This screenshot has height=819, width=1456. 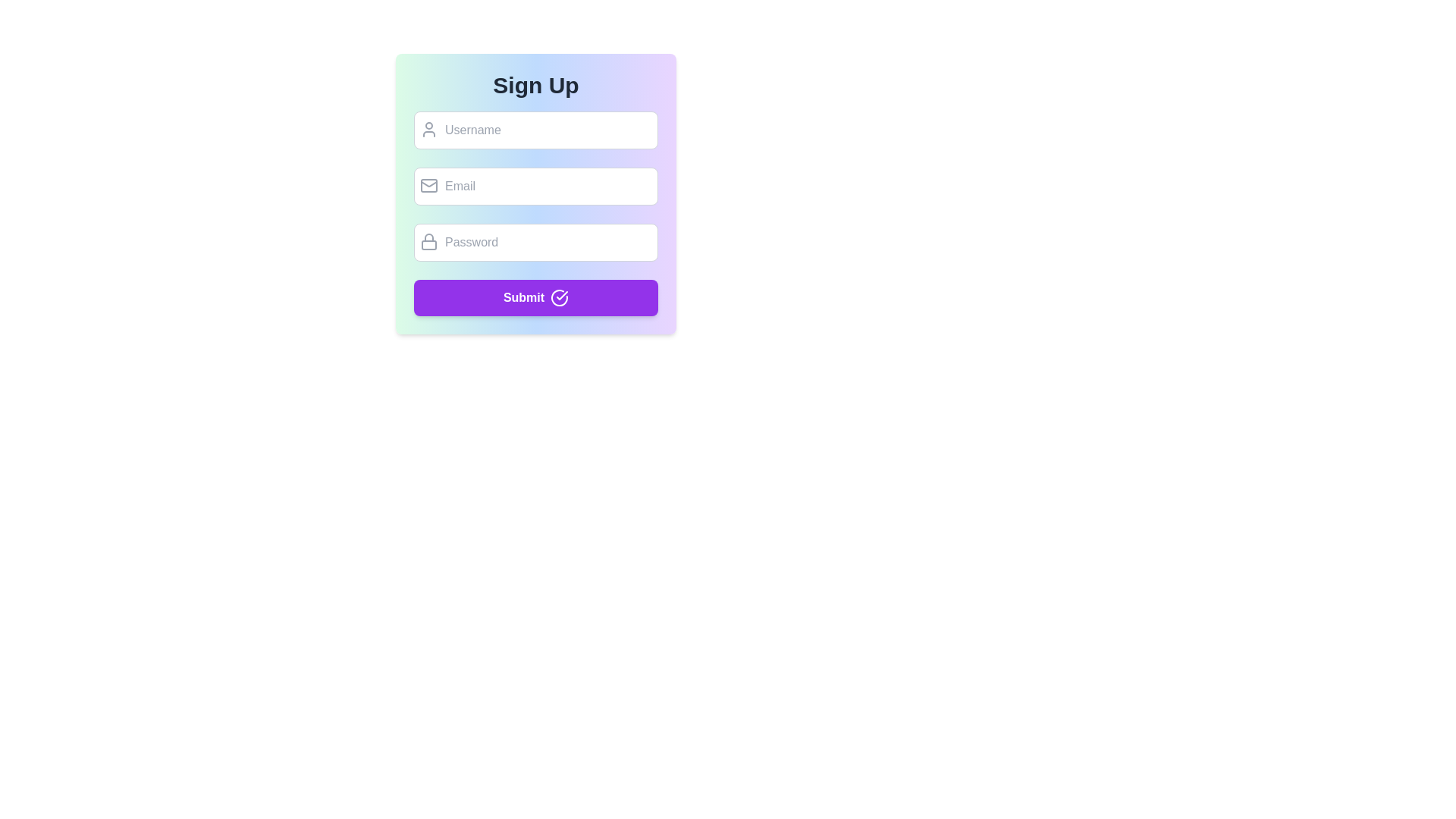 What do you see at coordinates (428, 128) in the screenshot?
I see `the username input icon located to the left of the placeholder text 'Username' in the input field` at bounding box center [428, 128].